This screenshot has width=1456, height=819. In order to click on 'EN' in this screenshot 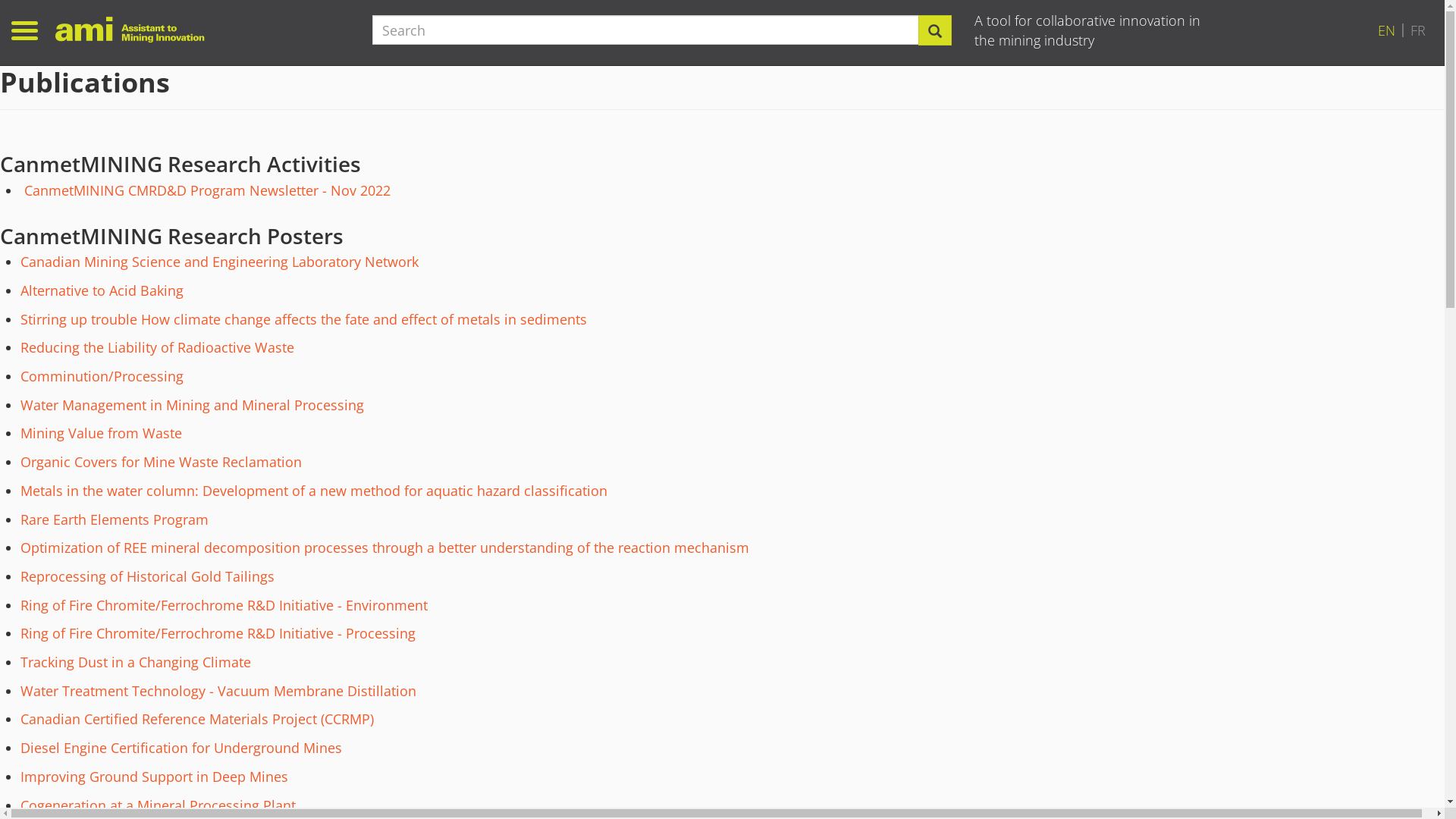, I will do `click(1370, 30)`.